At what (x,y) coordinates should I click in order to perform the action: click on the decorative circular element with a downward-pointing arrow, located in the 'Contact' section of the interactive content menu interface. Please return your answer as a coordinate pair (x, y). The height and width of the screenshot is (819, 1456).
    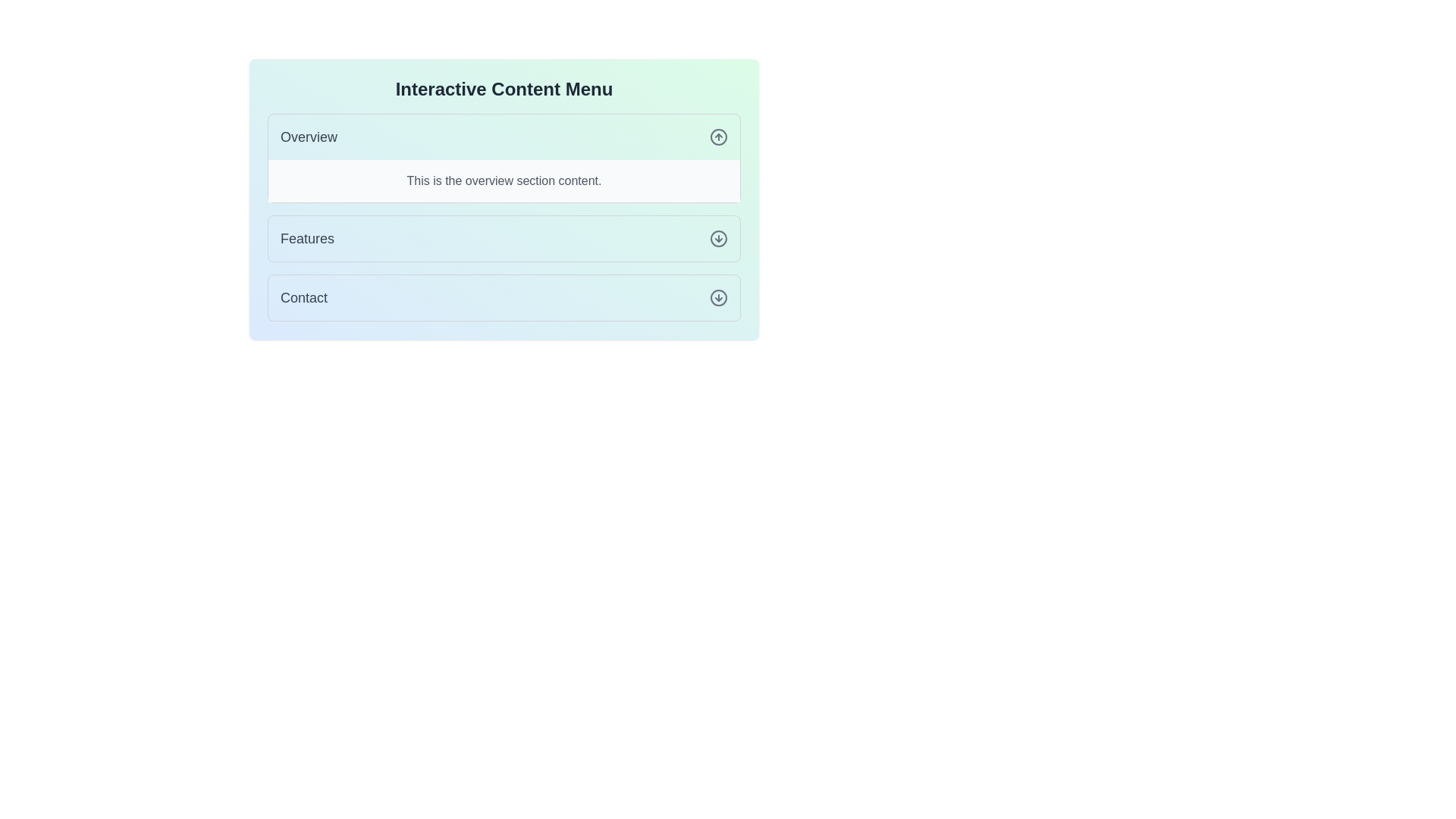
    Looking at the image, I should click on (718, 298).